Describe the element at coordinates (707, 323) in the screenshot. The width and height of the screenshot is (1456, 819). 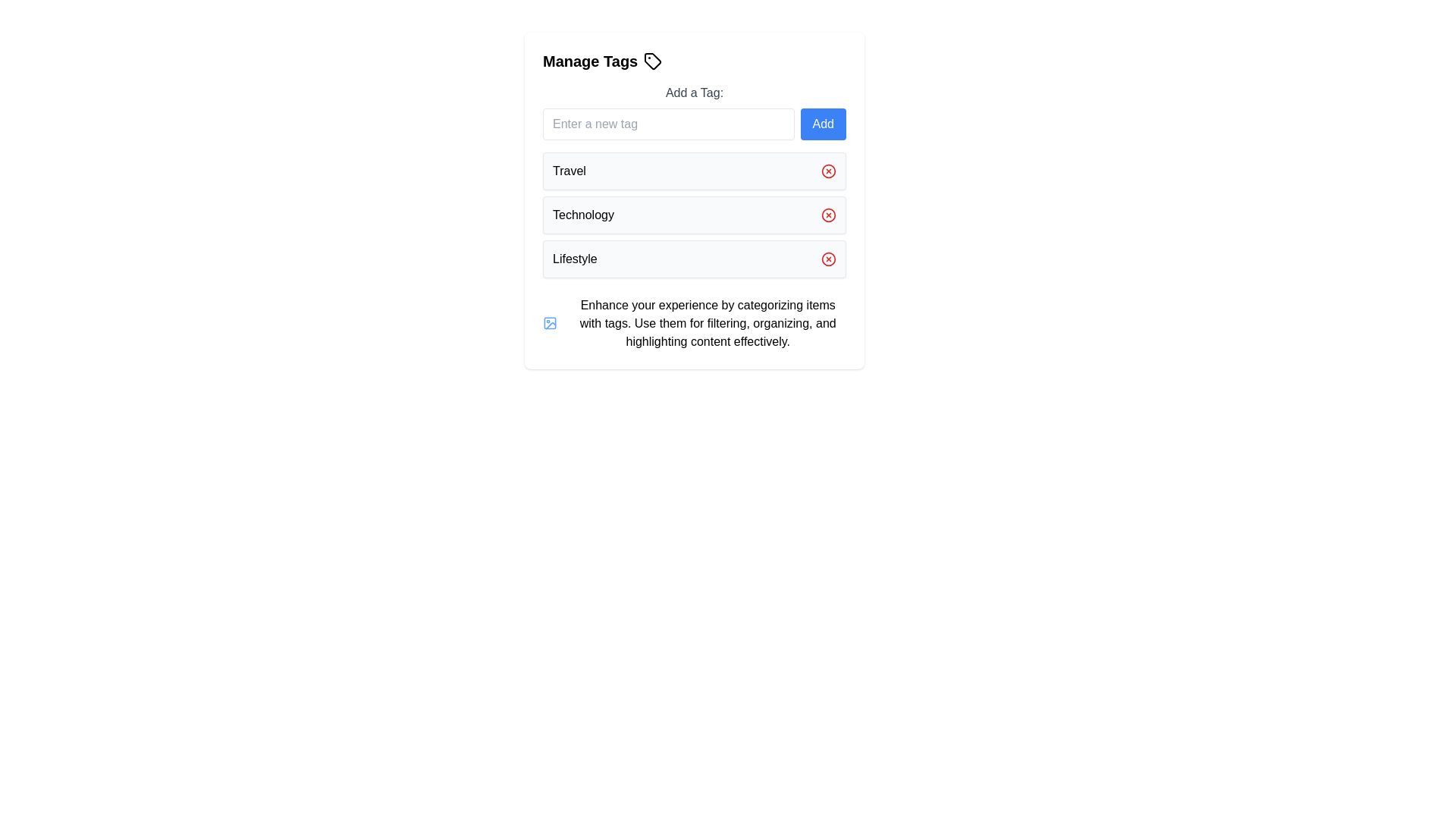
I see `the static text element that provides guidance on the importance of categorizing items using tags, located at the bottom of the 'Manage Tags' section` at that location.